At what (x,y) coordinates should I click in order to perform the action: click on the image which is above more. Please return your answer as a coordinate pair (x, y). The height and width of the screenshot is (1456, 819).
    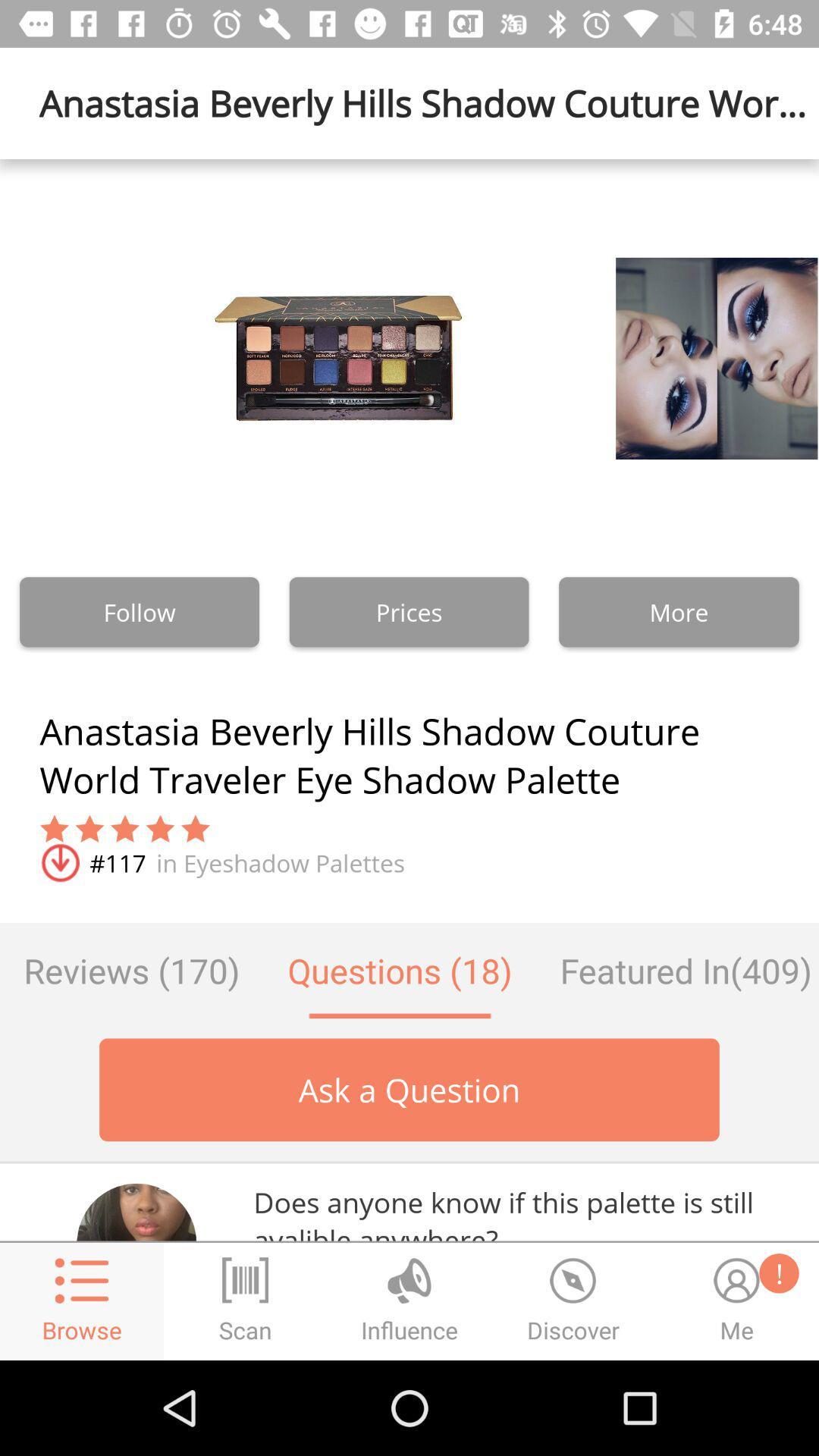
    Looking at the image, I should click on (677, 357).